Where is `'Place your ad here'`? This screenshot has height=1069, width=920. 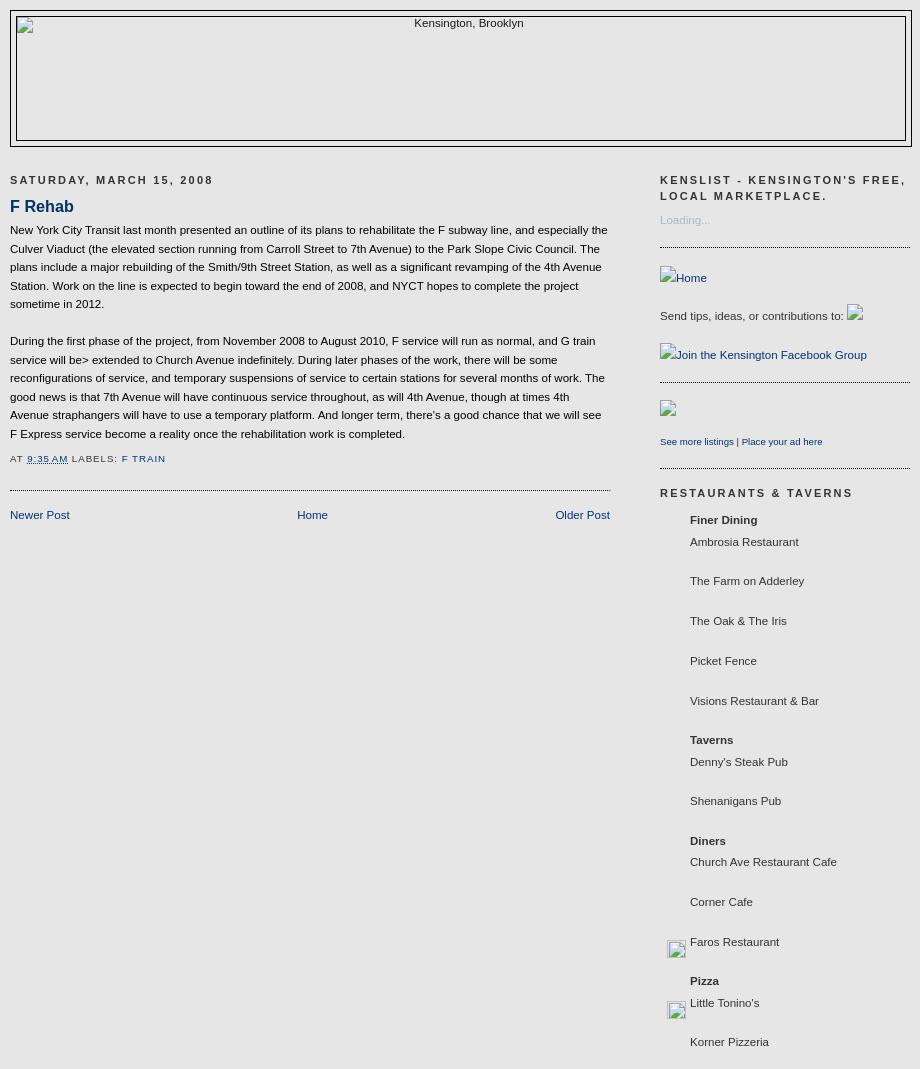 'Place your ad here' is located at coordinates (781, 439).